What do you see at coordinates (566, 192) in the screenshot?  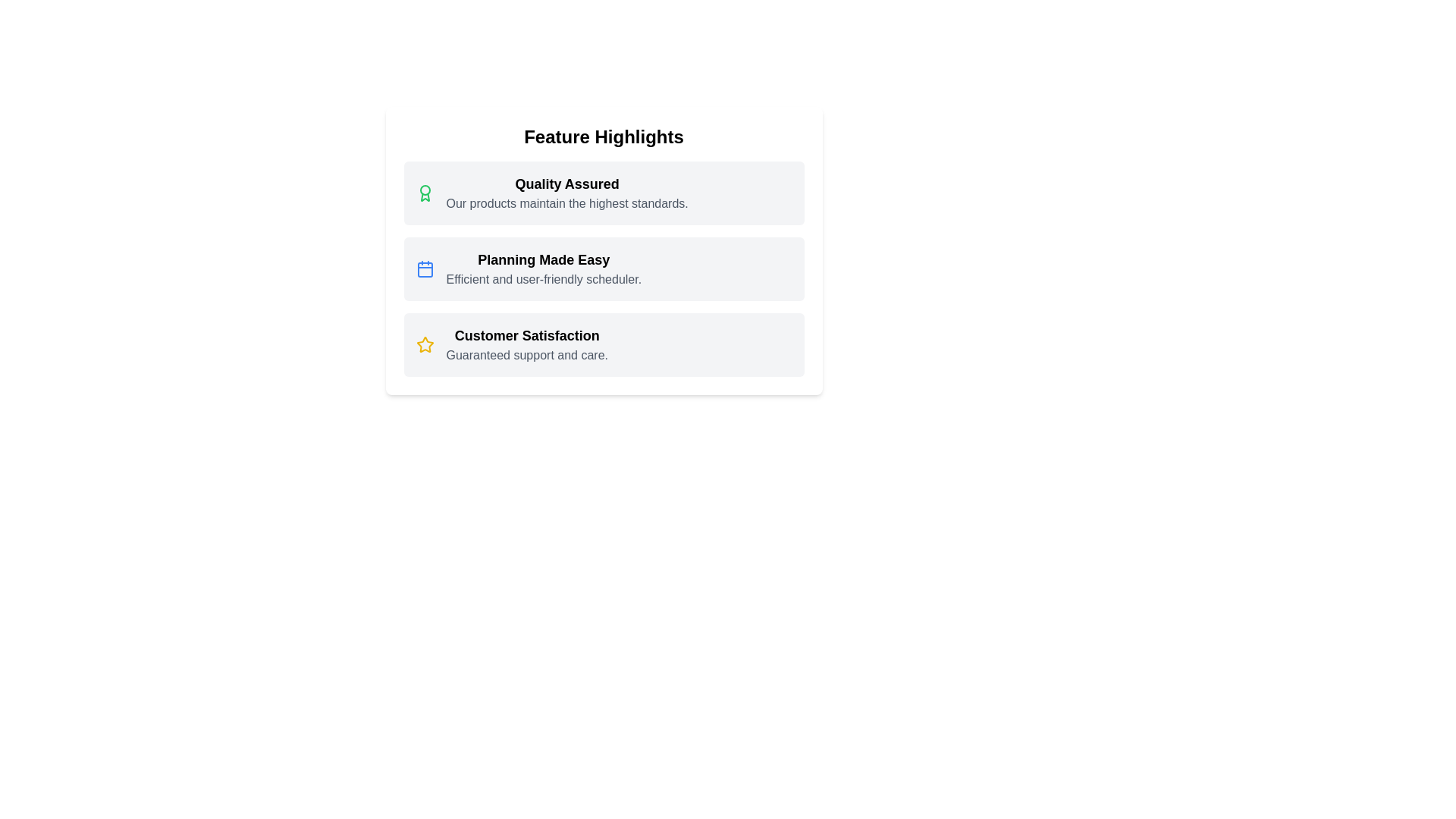 I see `the text block titled 'Quality Assured' which contains the description 'Our products maintain the highest standards'` at bounding box center [566, 192].